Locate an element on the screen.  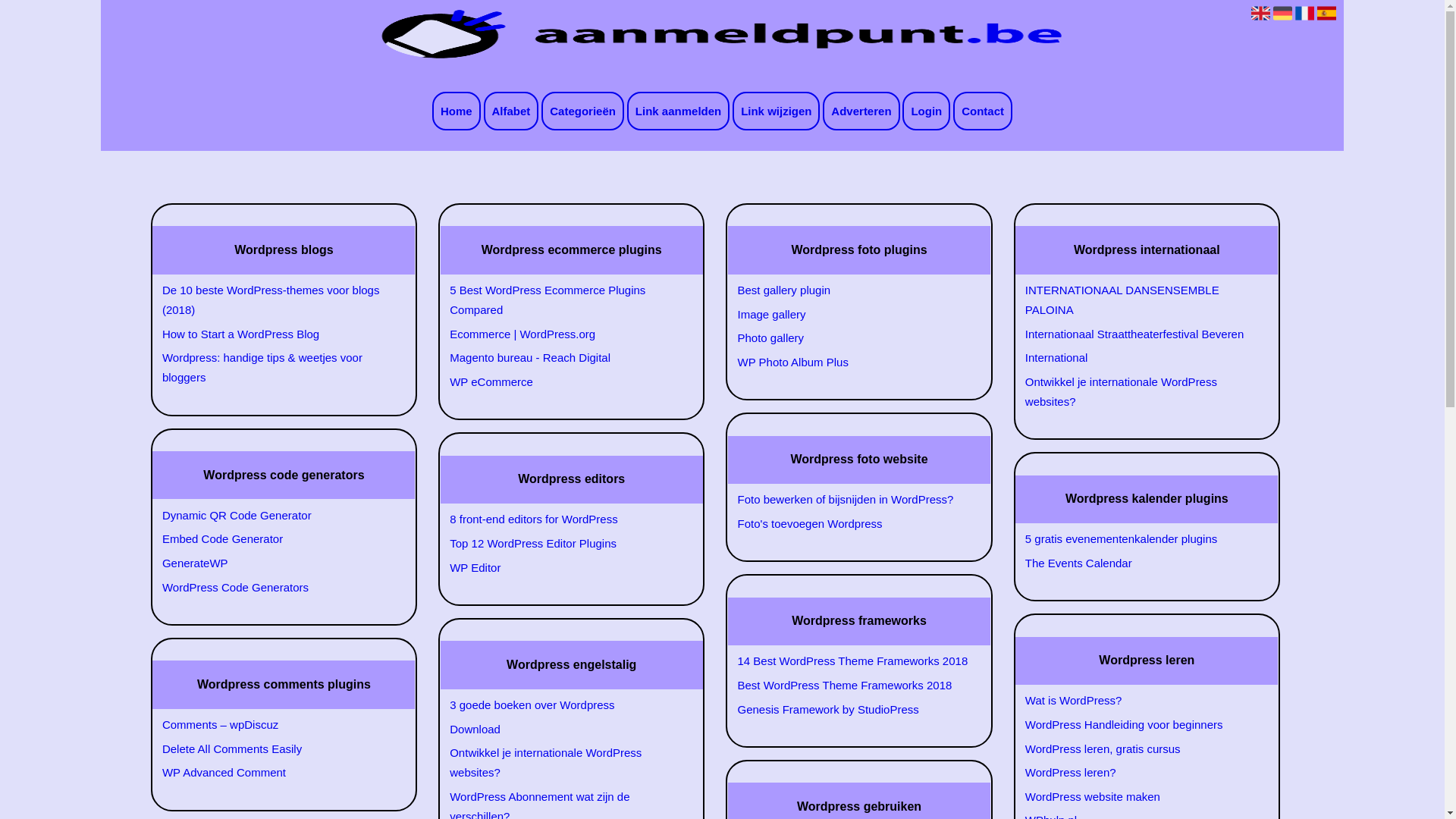
'WordPress leren, gratis cursus' is located at coordinates (1138, 748).